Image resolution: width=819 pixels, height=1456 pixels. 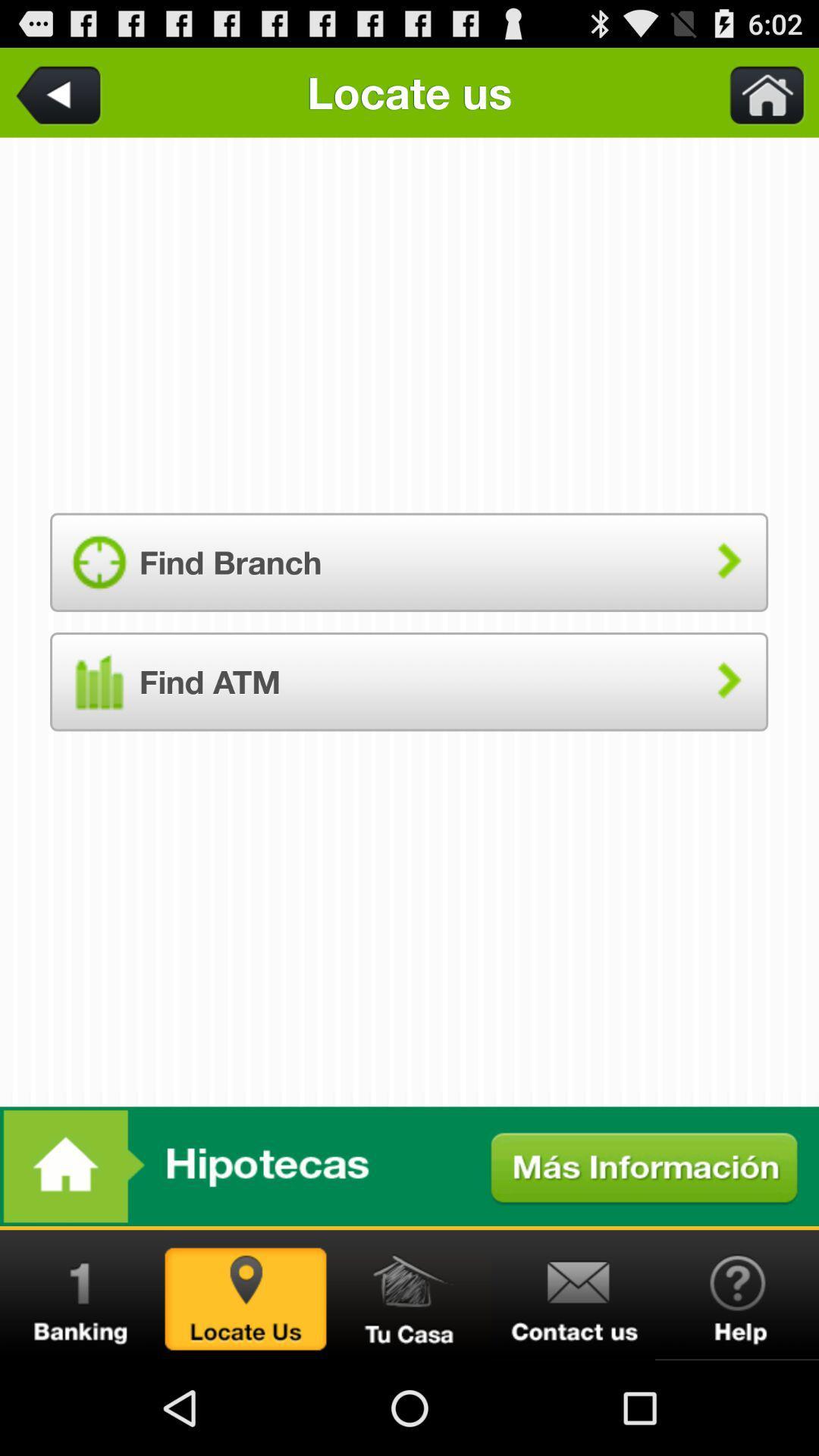 I want to click on go home, so click(x=409, y=1294).